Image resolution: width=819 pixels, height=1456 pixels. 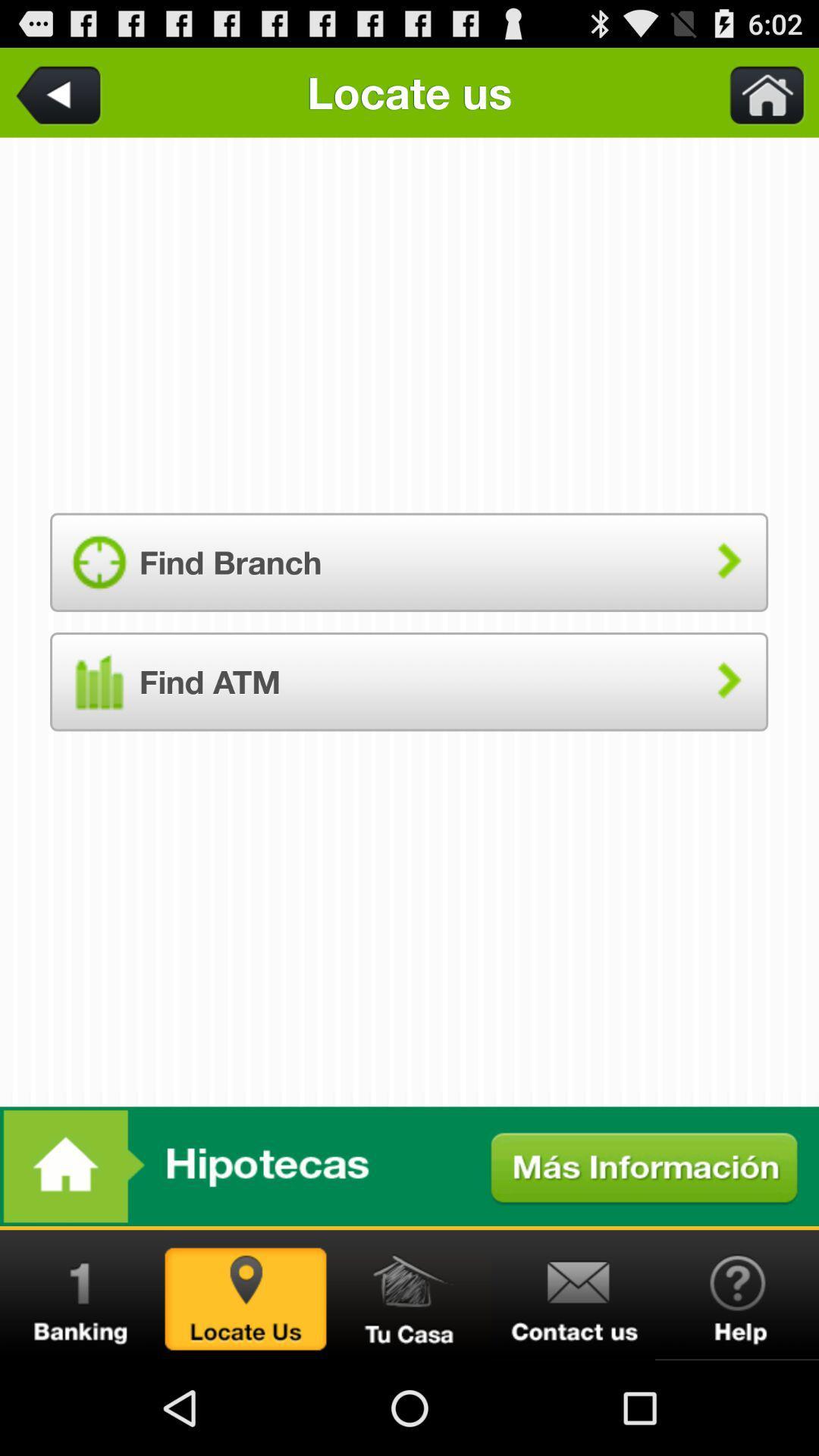 I want to click on go home, so click(x=409, y=1294).